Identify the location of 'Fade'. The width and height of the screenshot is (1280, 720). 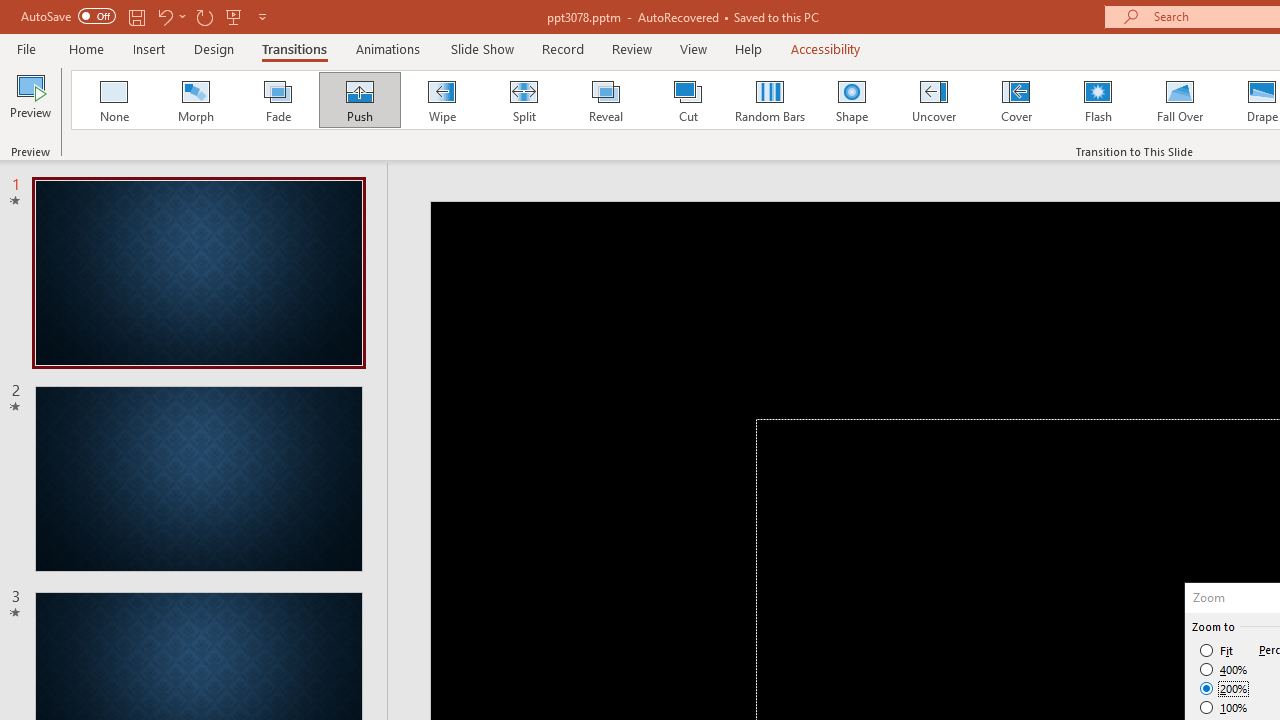
(276, 100).